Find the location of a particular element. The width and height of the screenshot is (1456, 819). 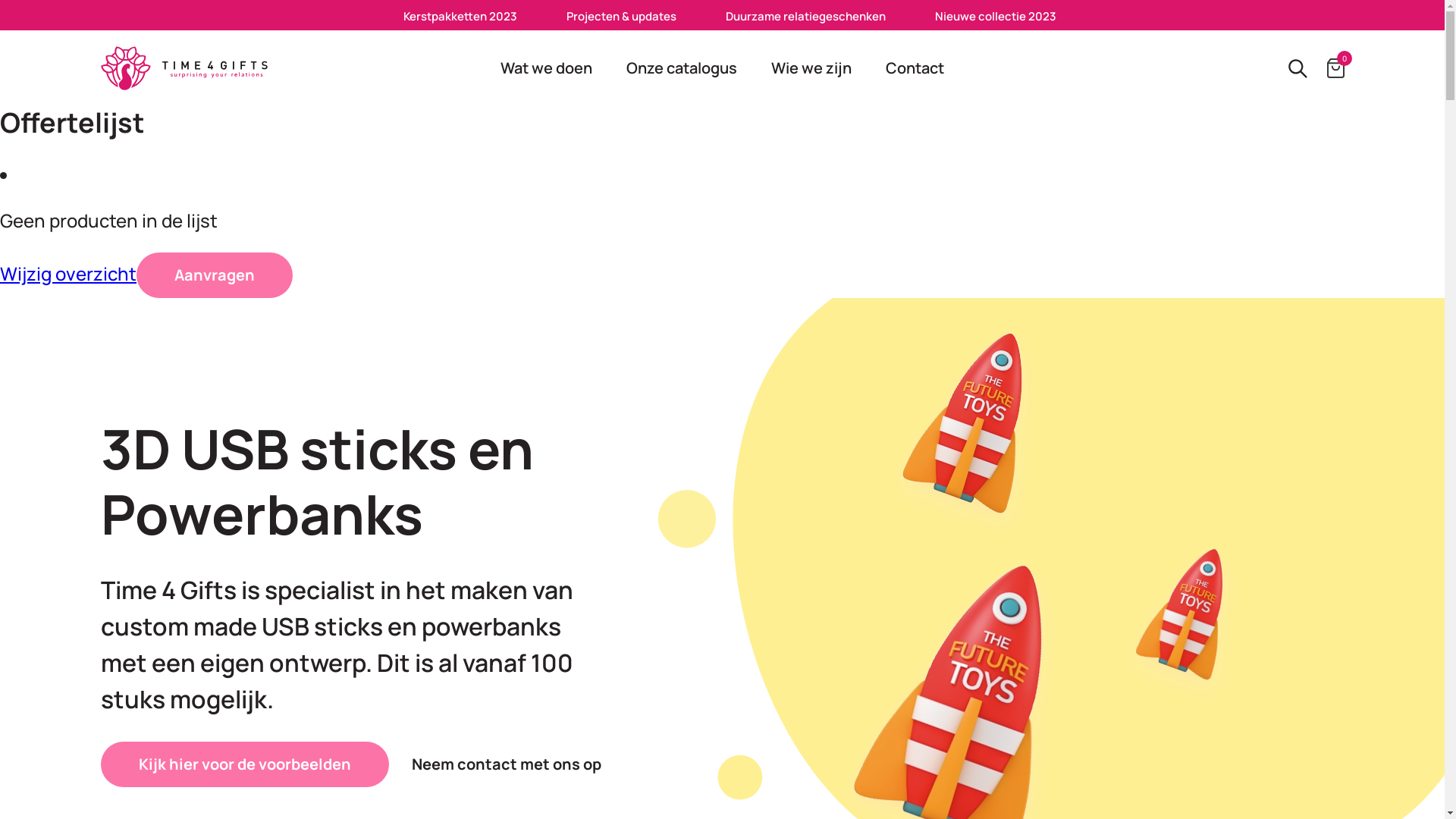

'Onze catalogus' is located at coordinates (680, 67).